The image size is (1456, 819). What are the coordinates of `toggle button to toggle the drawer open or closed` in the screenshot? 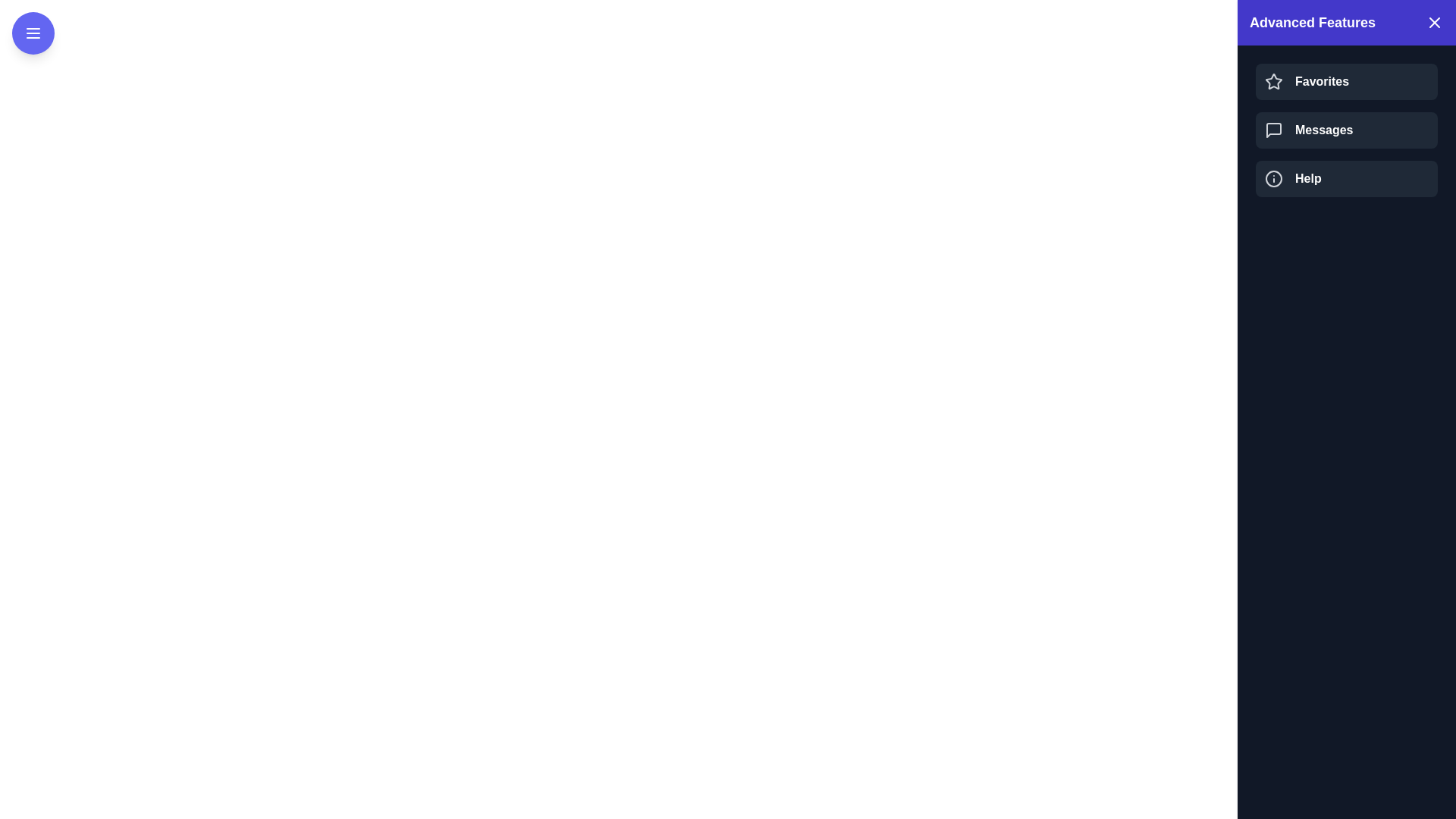 It's located at (33, 33).